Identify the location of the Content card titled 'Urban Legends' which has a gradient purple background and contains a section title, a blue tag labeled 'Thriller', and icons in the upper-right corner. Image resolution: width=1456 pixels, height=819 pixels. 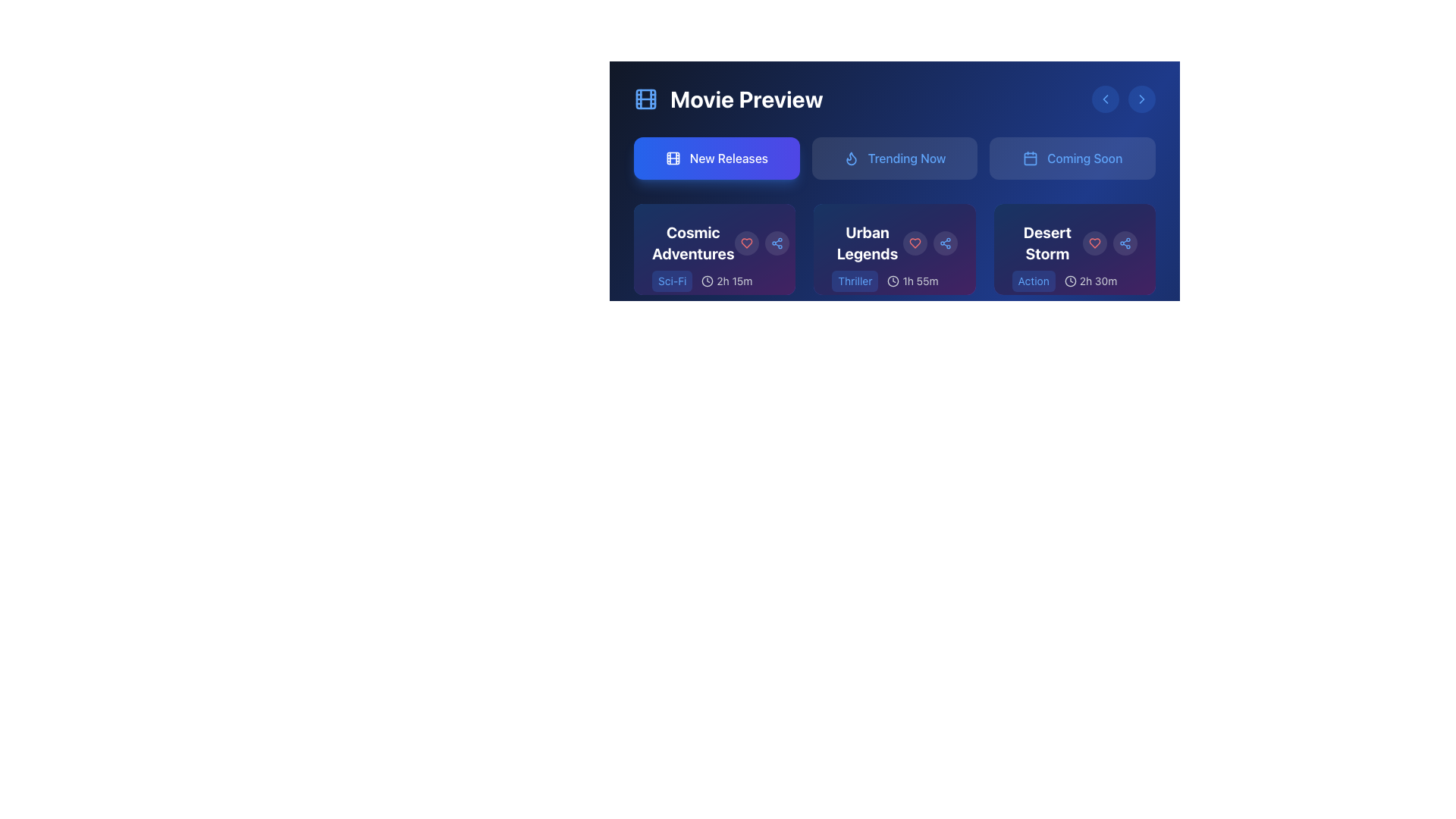
(895, 248).